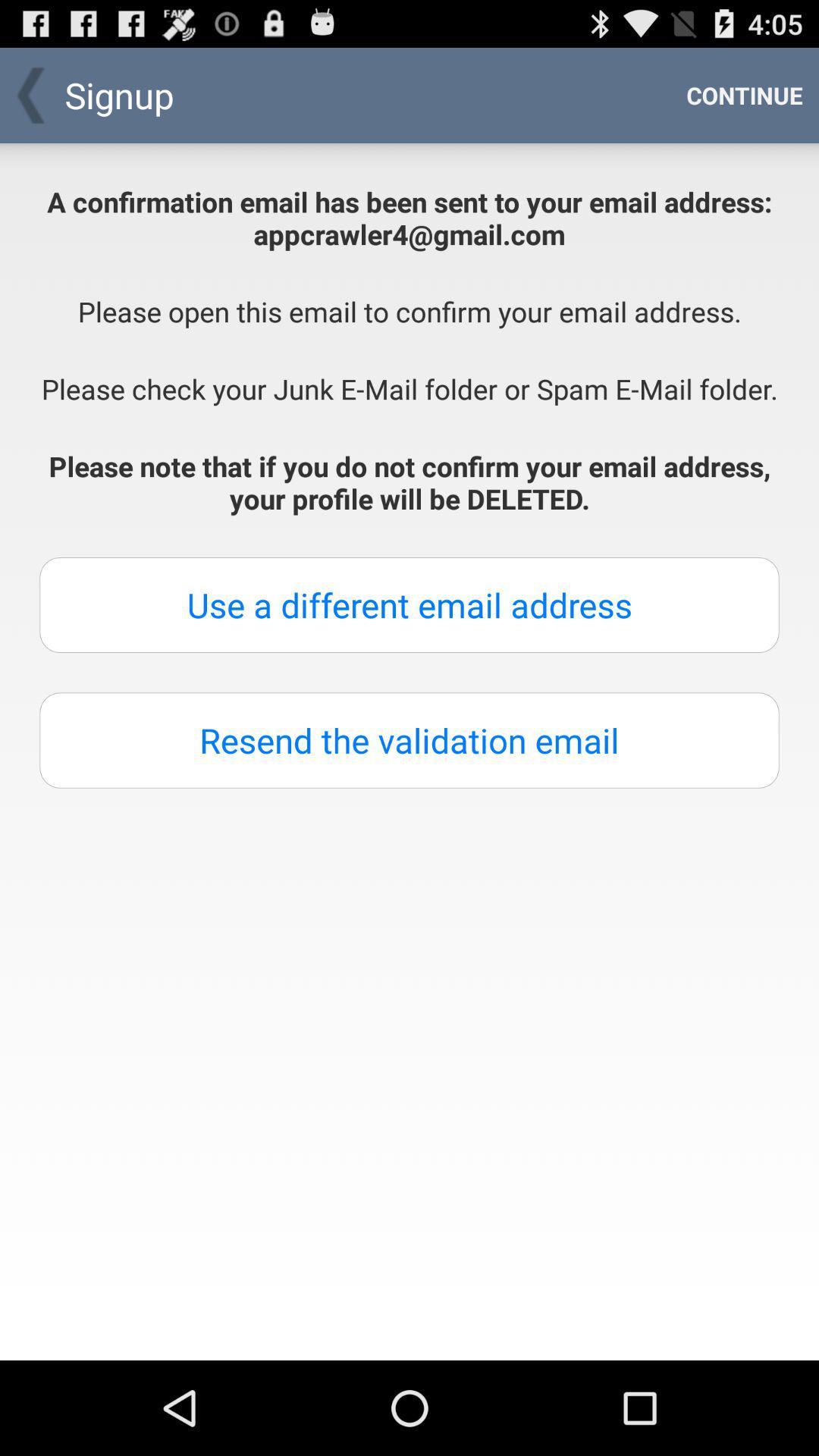  Describe the element at coordinates (744, 94) in the screenshot. I see `icon above the a confirmation email app` at that location.